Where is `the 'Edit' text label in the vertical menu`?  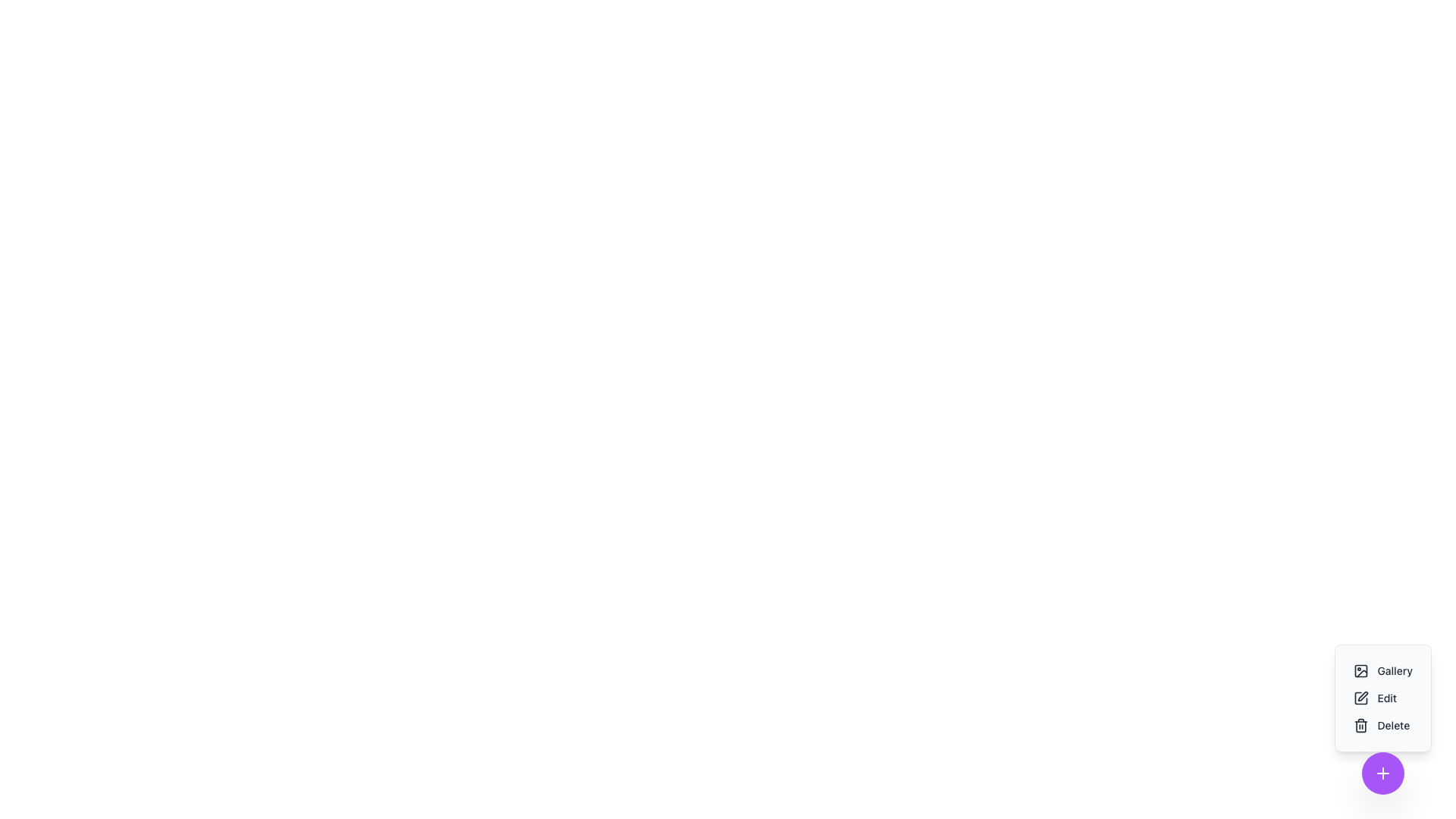 the 'Edit' text label in the vertical menu is located at coordinates (1387, 698).